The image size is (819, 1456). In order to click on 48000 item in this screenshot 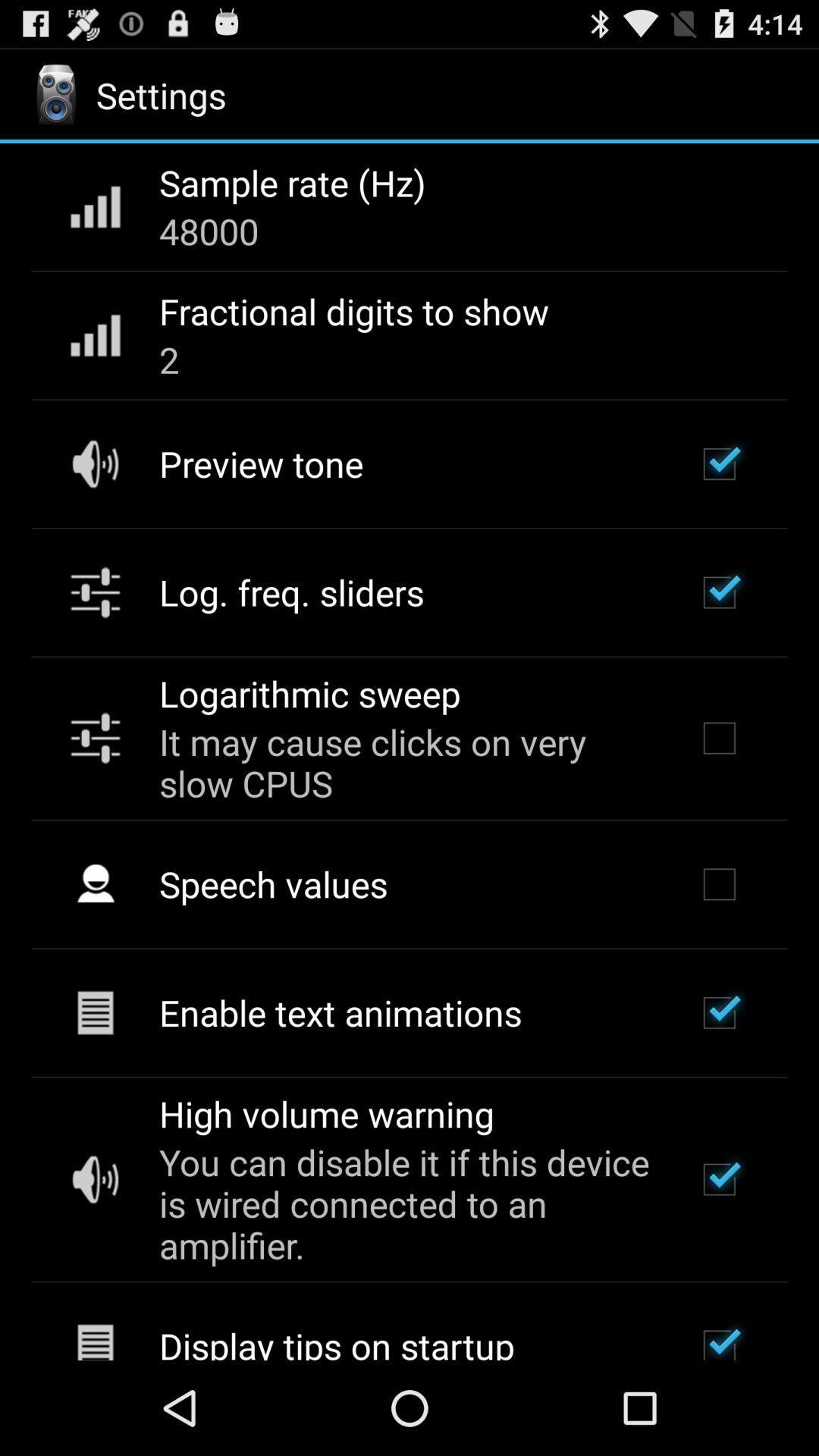, I will do `click(209, 230)`.